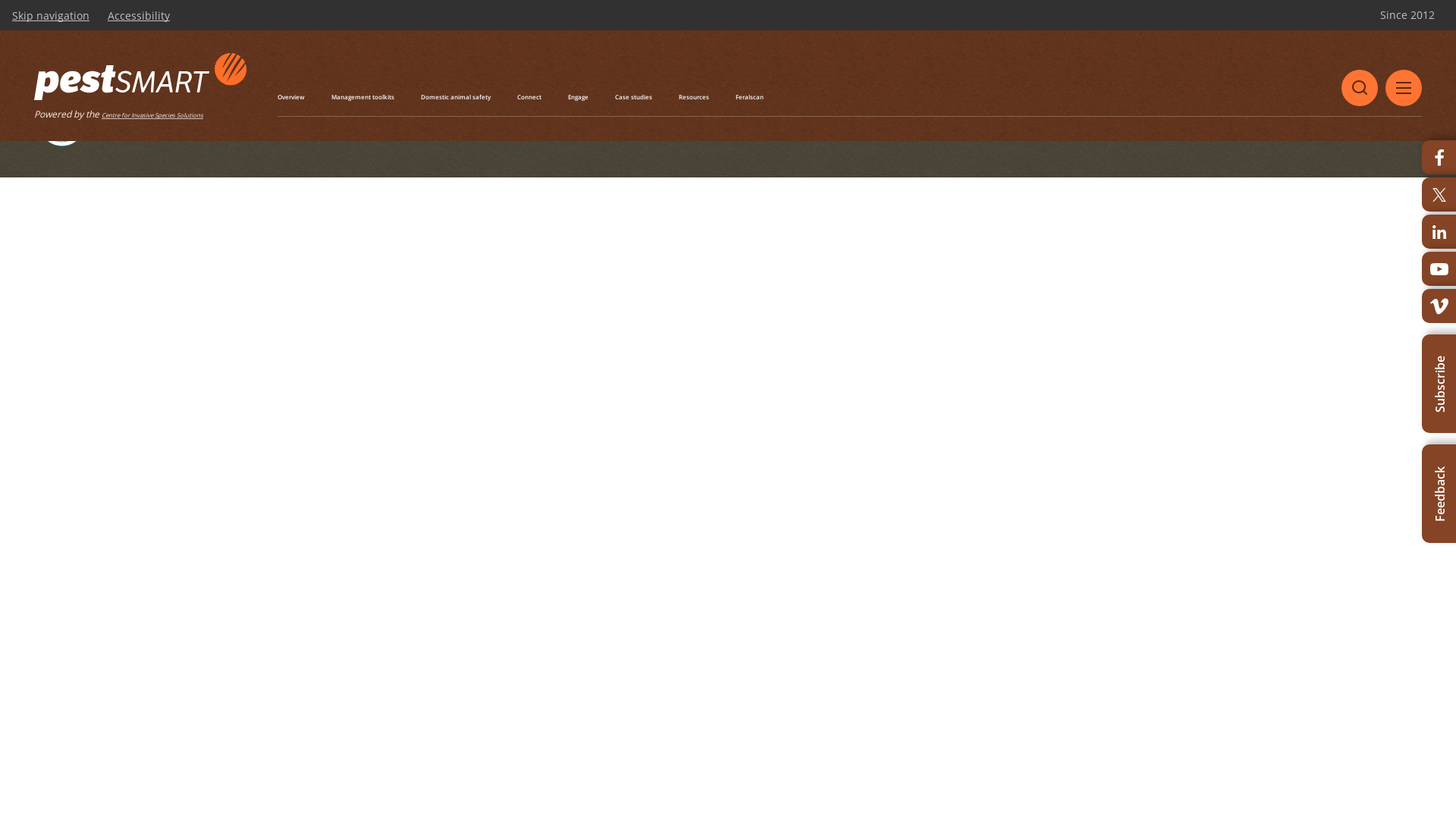 The image size is (1456, 819). What do you see at coordinates (152, 114) in the screenshot?
I see `'Centre for Invasive Species Solutions'` at bounding box center [152, 114].